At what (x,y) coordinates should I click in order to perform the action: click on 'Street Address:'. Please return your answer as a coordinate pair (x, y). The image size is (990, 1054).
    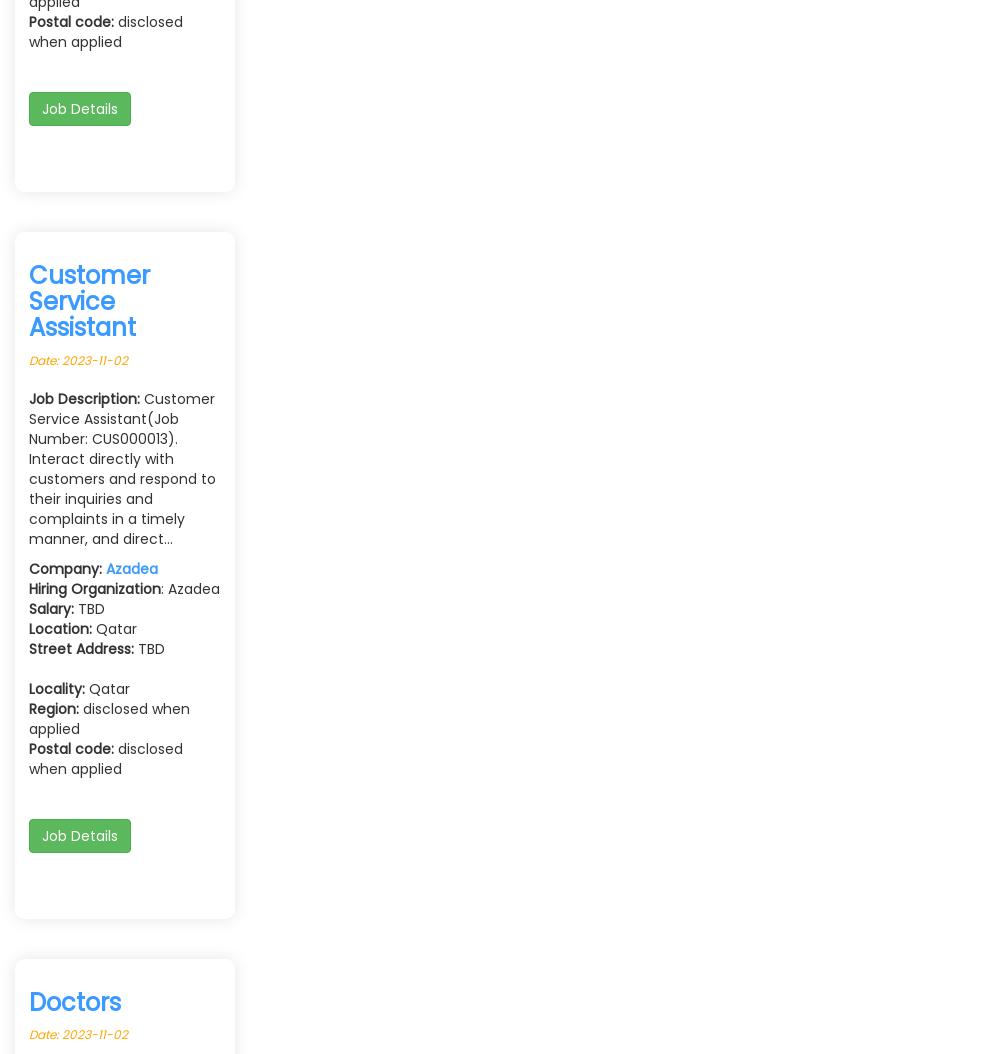
    Looking at the image, I should click on (81, 647).